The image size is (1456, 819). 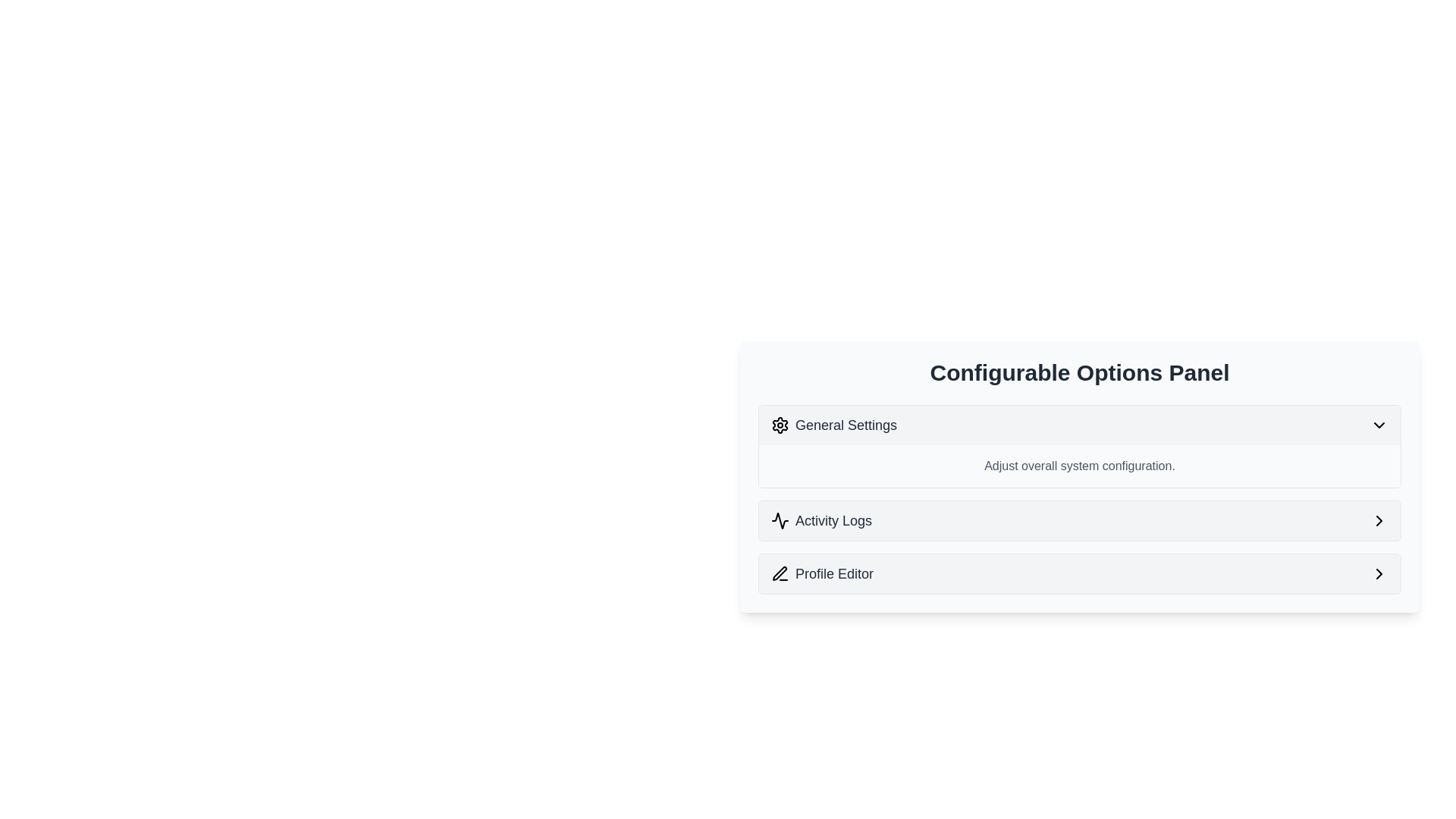 I want to click on the rightward-pointing chevron SVG icon located next to the 'Profile Editor' option in the 'Configurable Options Panel', so click(x=1379, y=519).